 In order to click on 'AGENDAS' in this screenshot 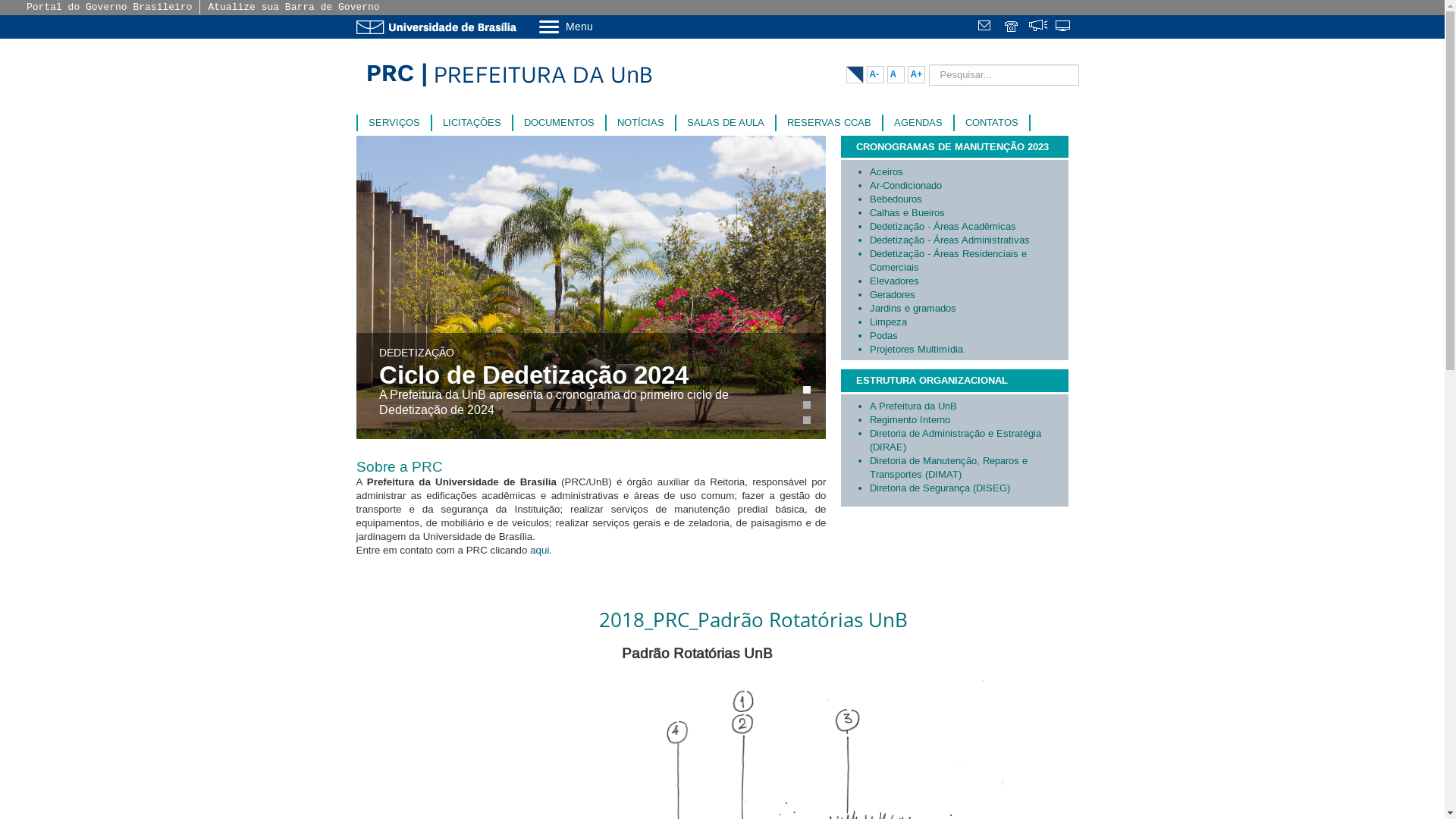, I will do `click(916, 122)`.